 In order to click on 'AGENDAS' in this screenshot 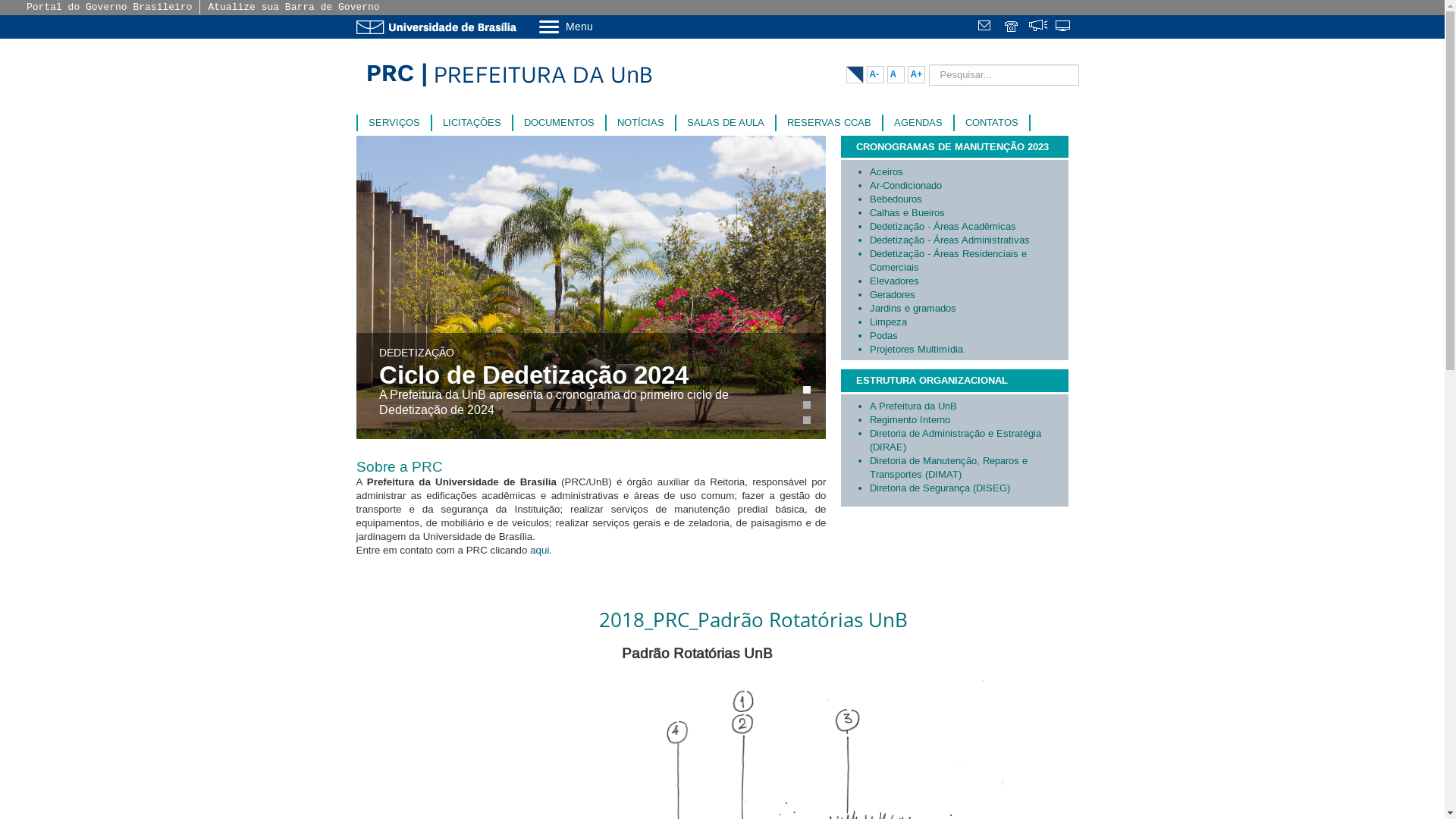, I will do `click(916, 122)`.